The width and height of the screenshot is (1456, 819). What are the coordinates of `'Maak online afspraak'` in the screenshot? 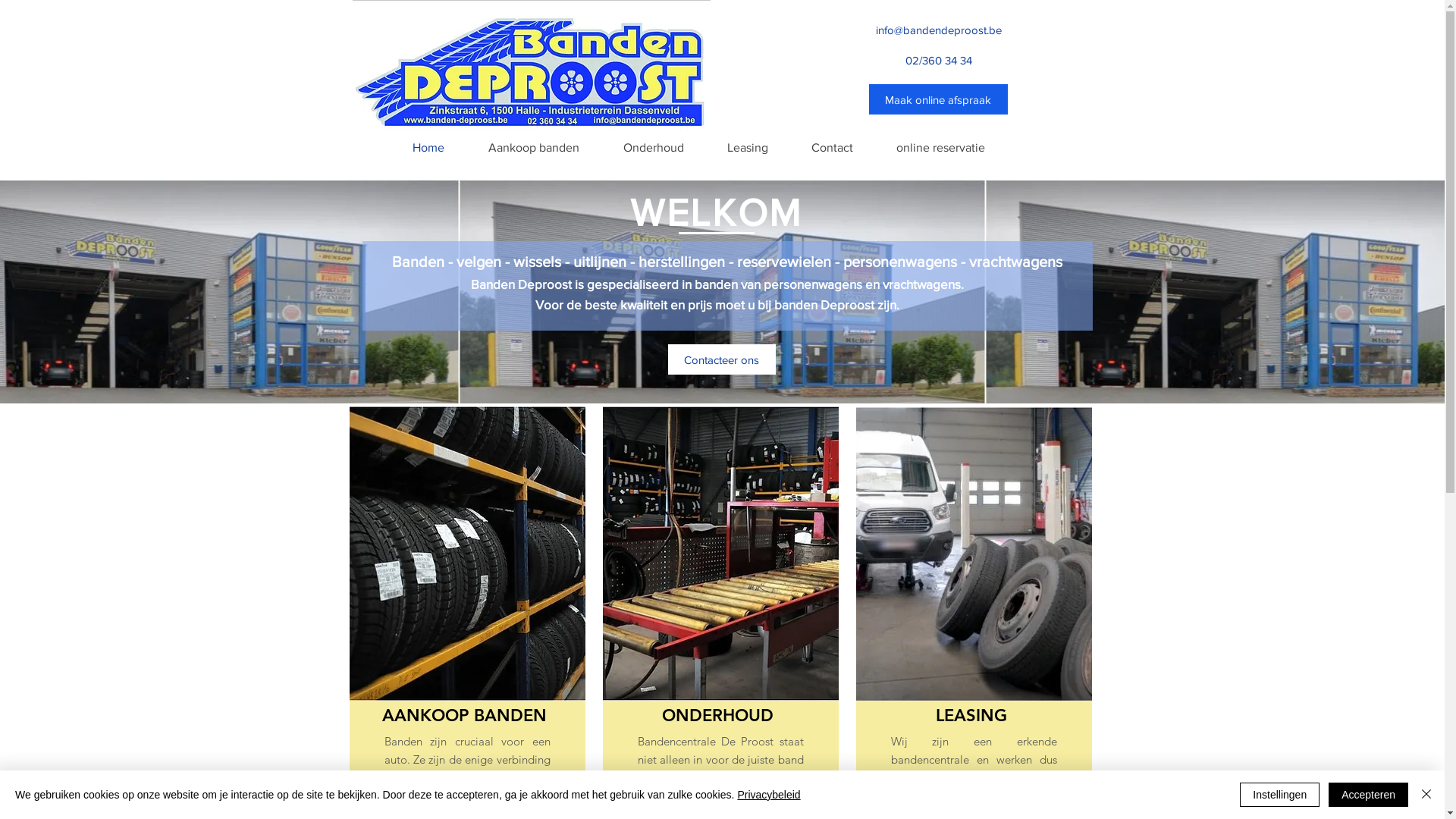 It's located at (937, 99).